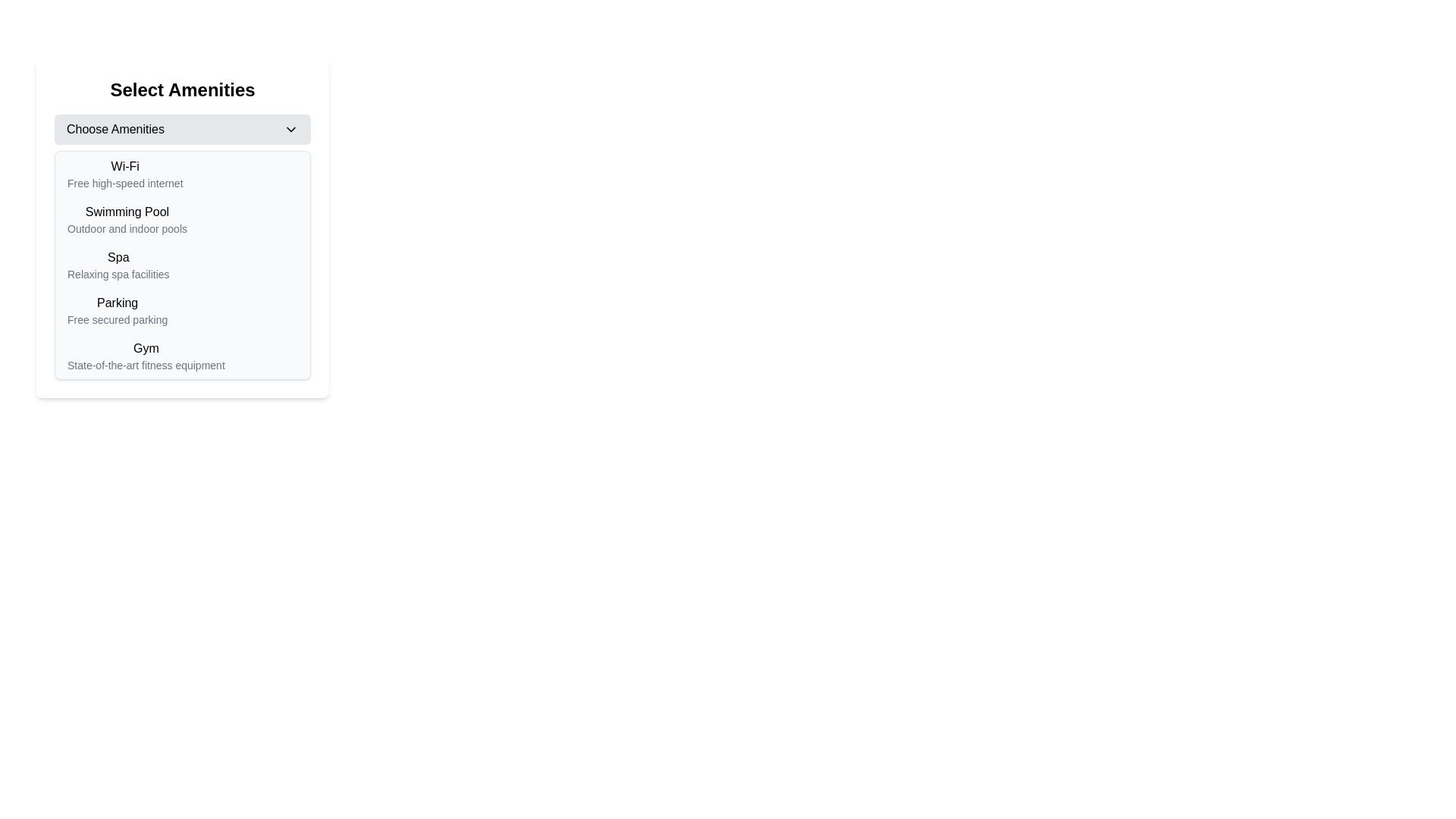 Image resolution: width=1456 pixels, height=819 pixels. What do you see at coordinates (127, 212) in the screenshot?
I see `the text label displaying 'Swimming Pool', which is bold and serves as the header within the 'Select Amenities' card interface` at bounding box center [127, 212].